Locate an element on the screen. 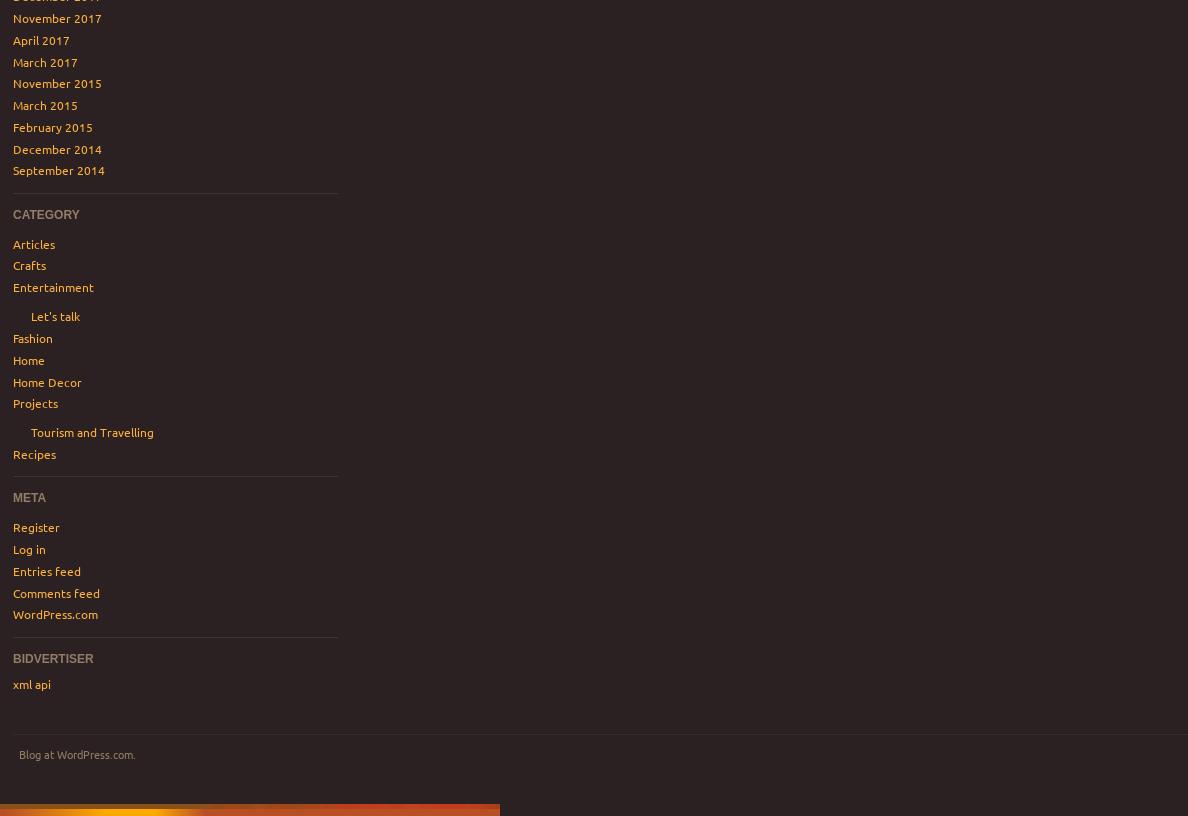  'Category' is located at coordinates (44, 213).